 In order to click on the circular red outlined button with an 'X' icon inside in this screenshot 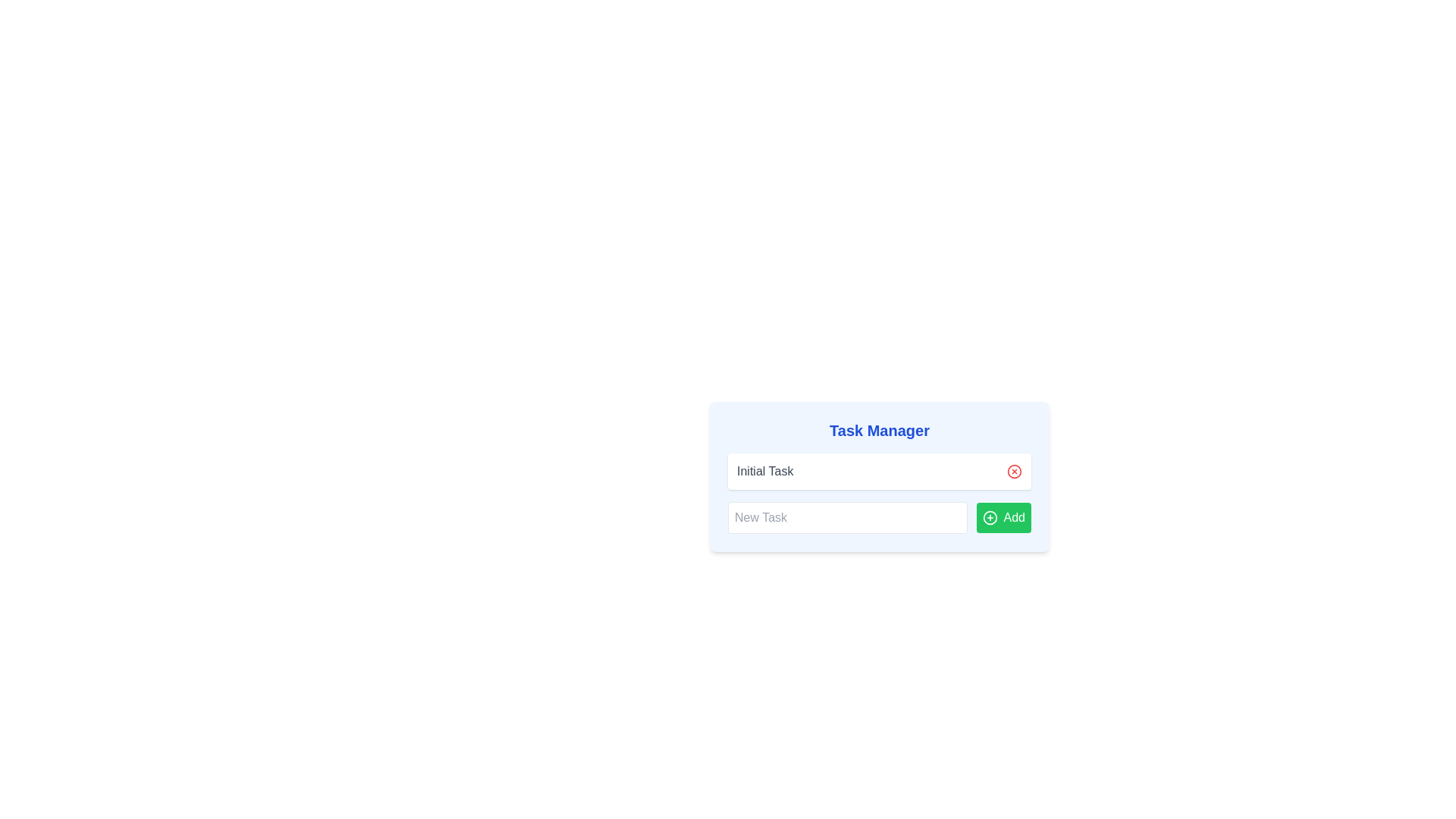, I will do `click(1015, 470)`.